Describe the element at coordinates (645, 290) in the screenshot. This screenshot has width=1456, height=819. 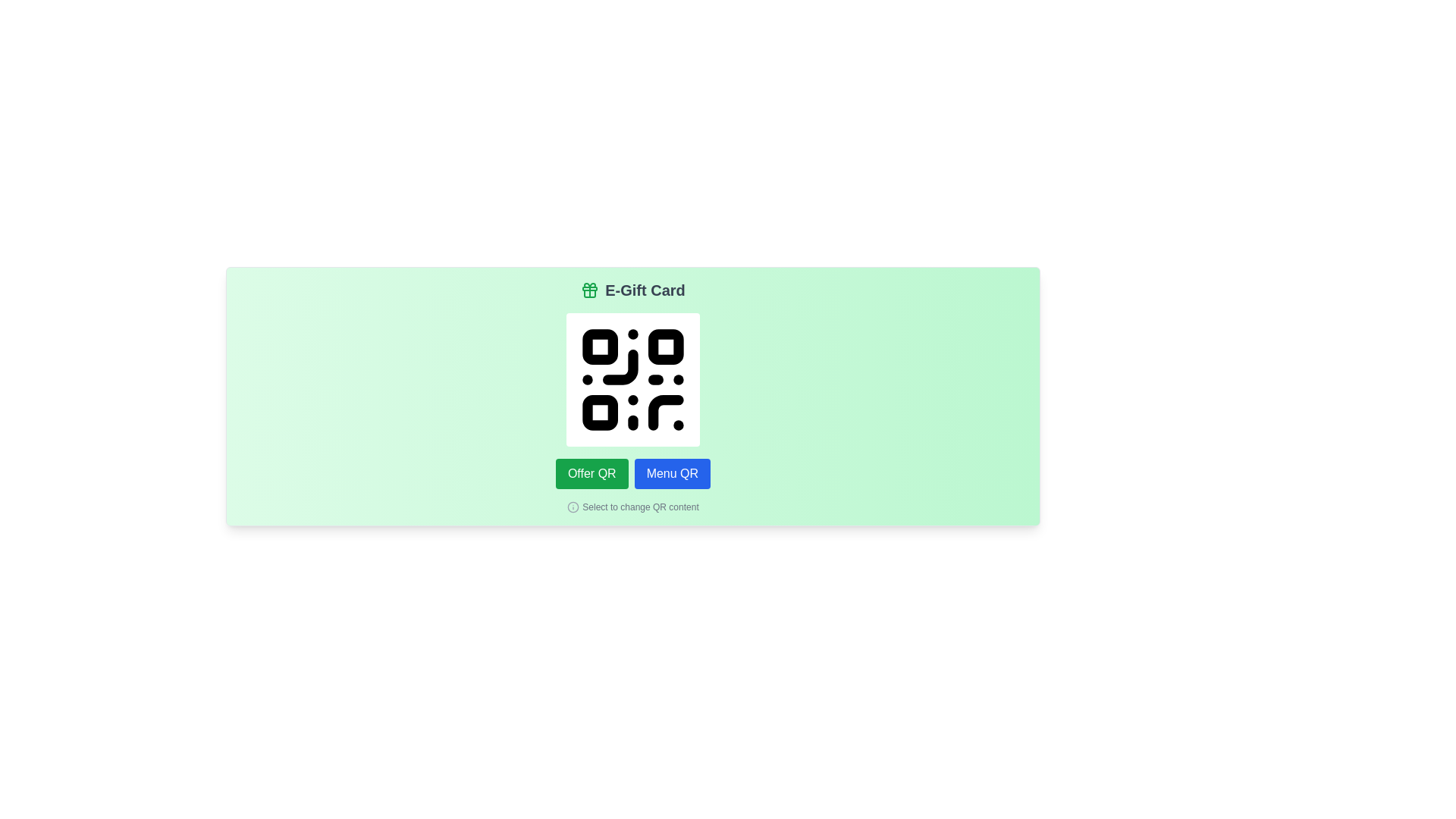
I see `text label indicating 'E-Gift Card' which is positioned to the right of a green gift box icon within a horizontal flexbox at the top center of the green card` at that location.